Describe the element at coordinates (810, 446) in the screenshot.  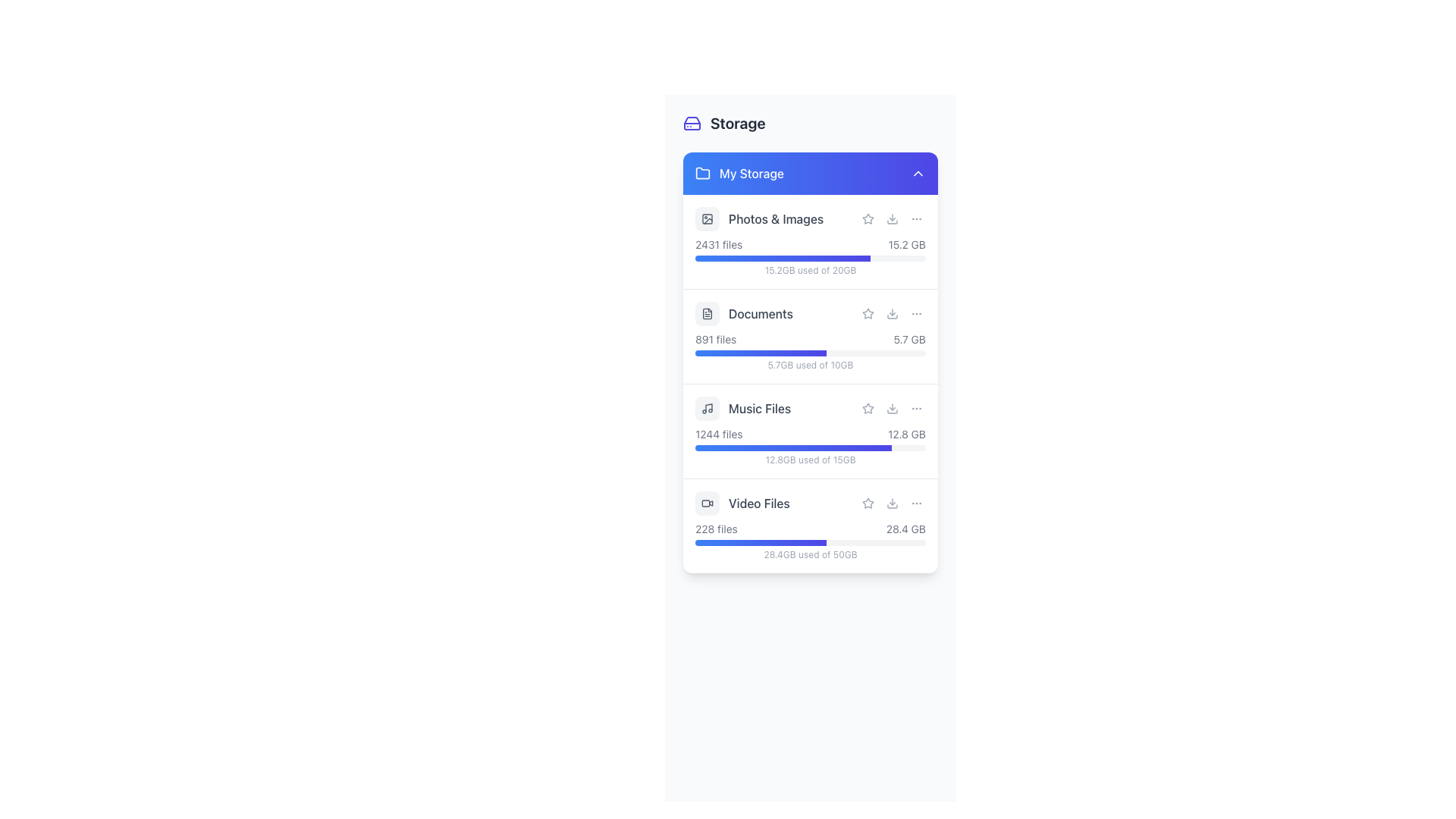
I see `the progress bar of the Information Widget in the 'Music Files' section` at that location.